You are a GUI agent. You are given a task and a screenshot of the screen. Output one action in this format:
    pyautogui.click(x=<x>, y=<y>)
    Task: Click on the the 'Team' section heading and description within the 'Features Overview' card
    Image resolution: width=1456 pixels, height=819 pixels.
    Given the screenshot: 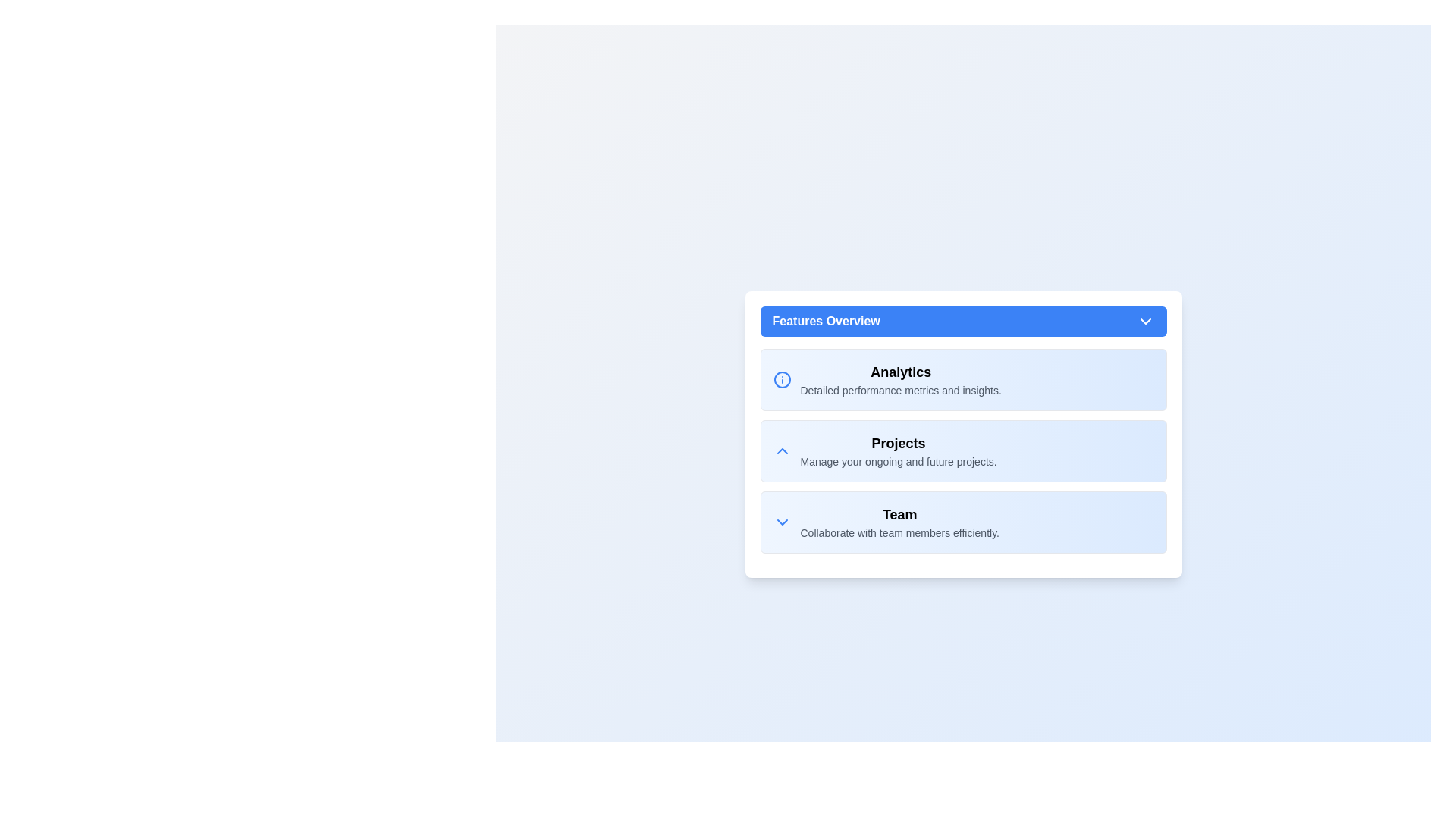 What is the action you would take?
    pyautogui.click(x=899, y=522)
    